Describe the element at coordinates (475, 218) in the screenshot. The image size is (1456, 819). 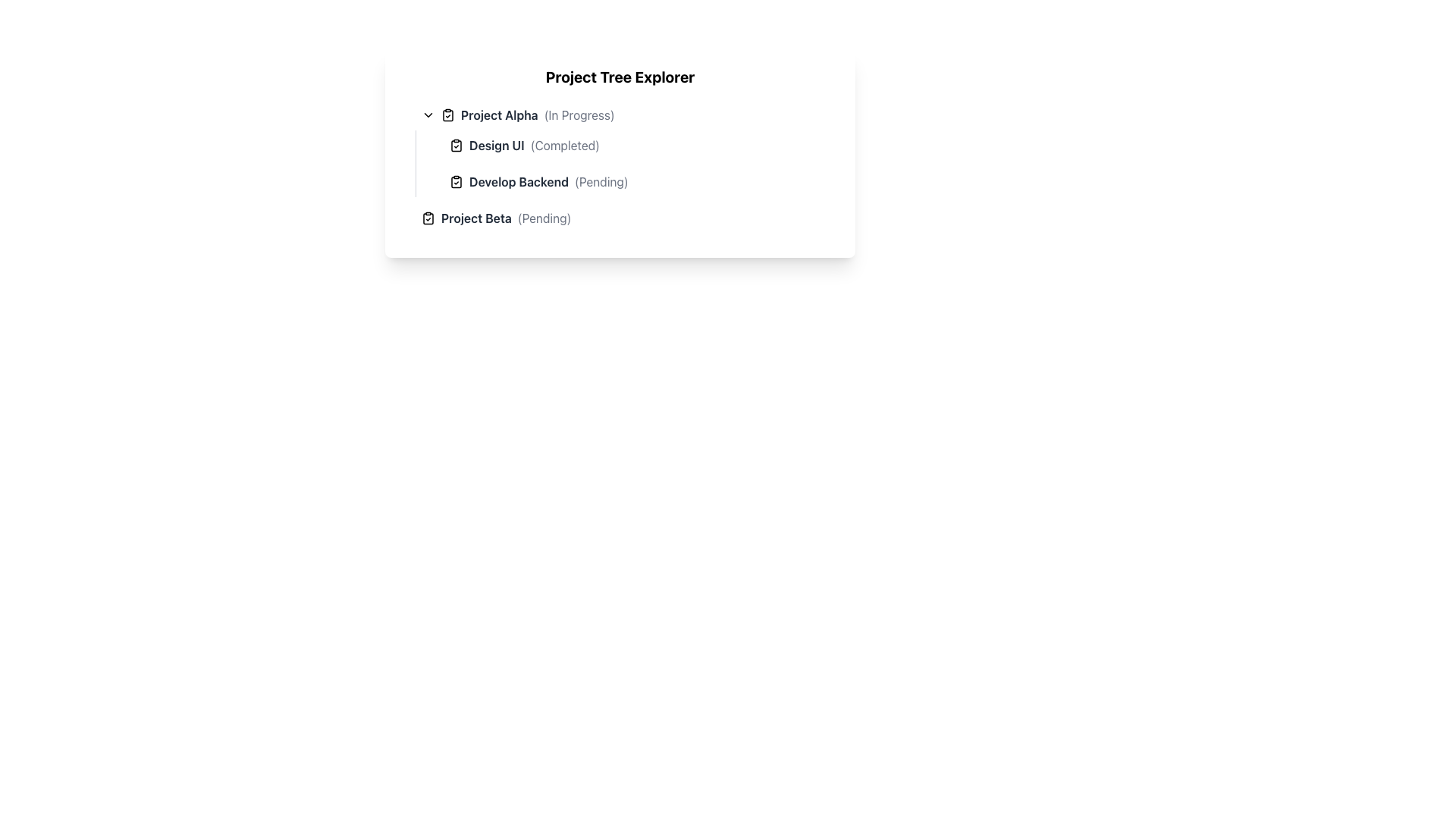
I see `the 'Project Beta' text label in bold, dark-gray font located in the 'Project Tree Explorer' section, situated before the '(Pending)' text and after a clipboard icon` at that location.